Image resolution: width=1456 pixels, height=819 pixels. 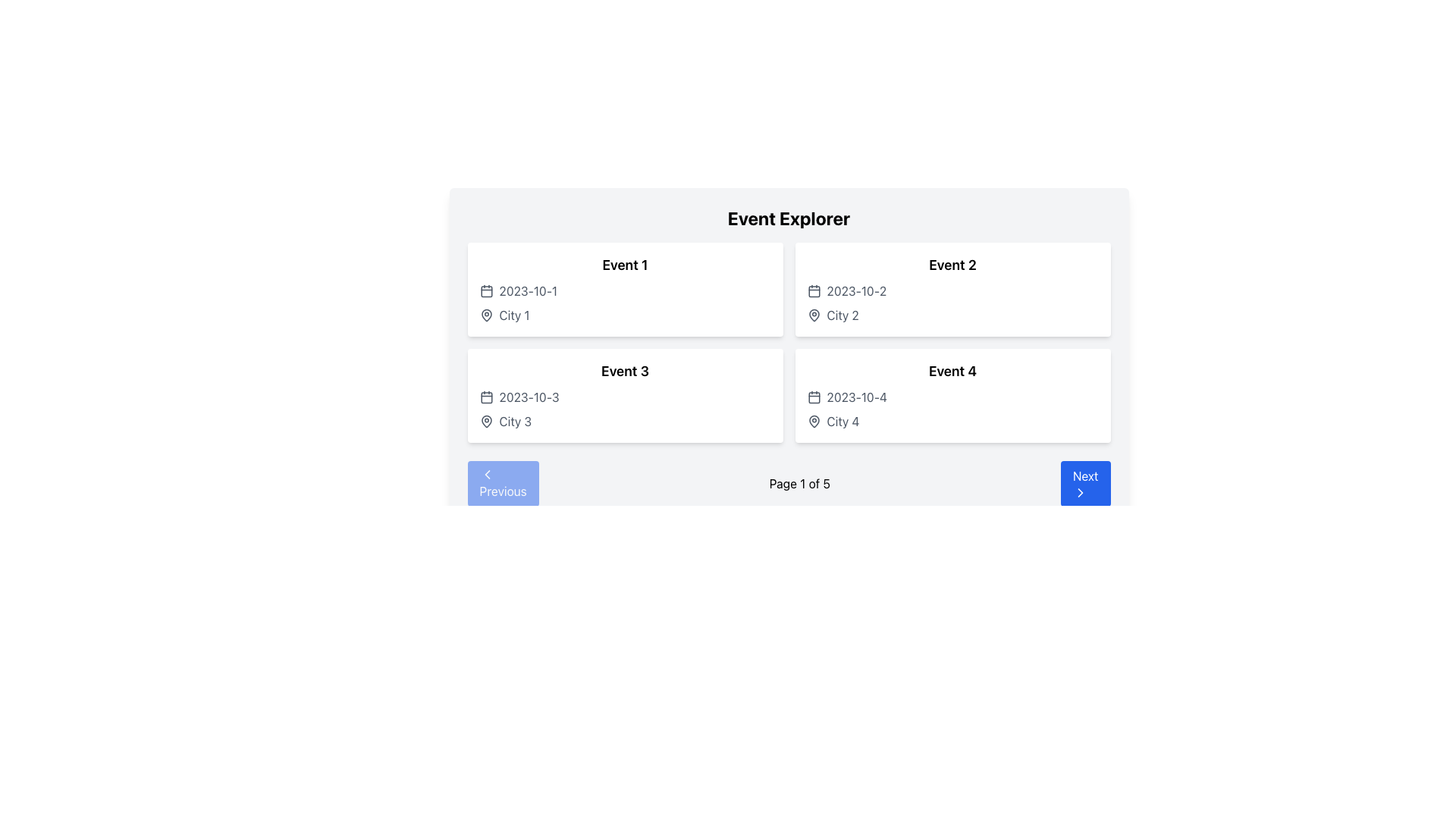 What do you see at coordinates (952, 394) in the screenshot?
I see `the interactive icons within the Card that provides information about 'Event 4', located in the second column of the second row of the grid layout` at bounding box center [952, 394].